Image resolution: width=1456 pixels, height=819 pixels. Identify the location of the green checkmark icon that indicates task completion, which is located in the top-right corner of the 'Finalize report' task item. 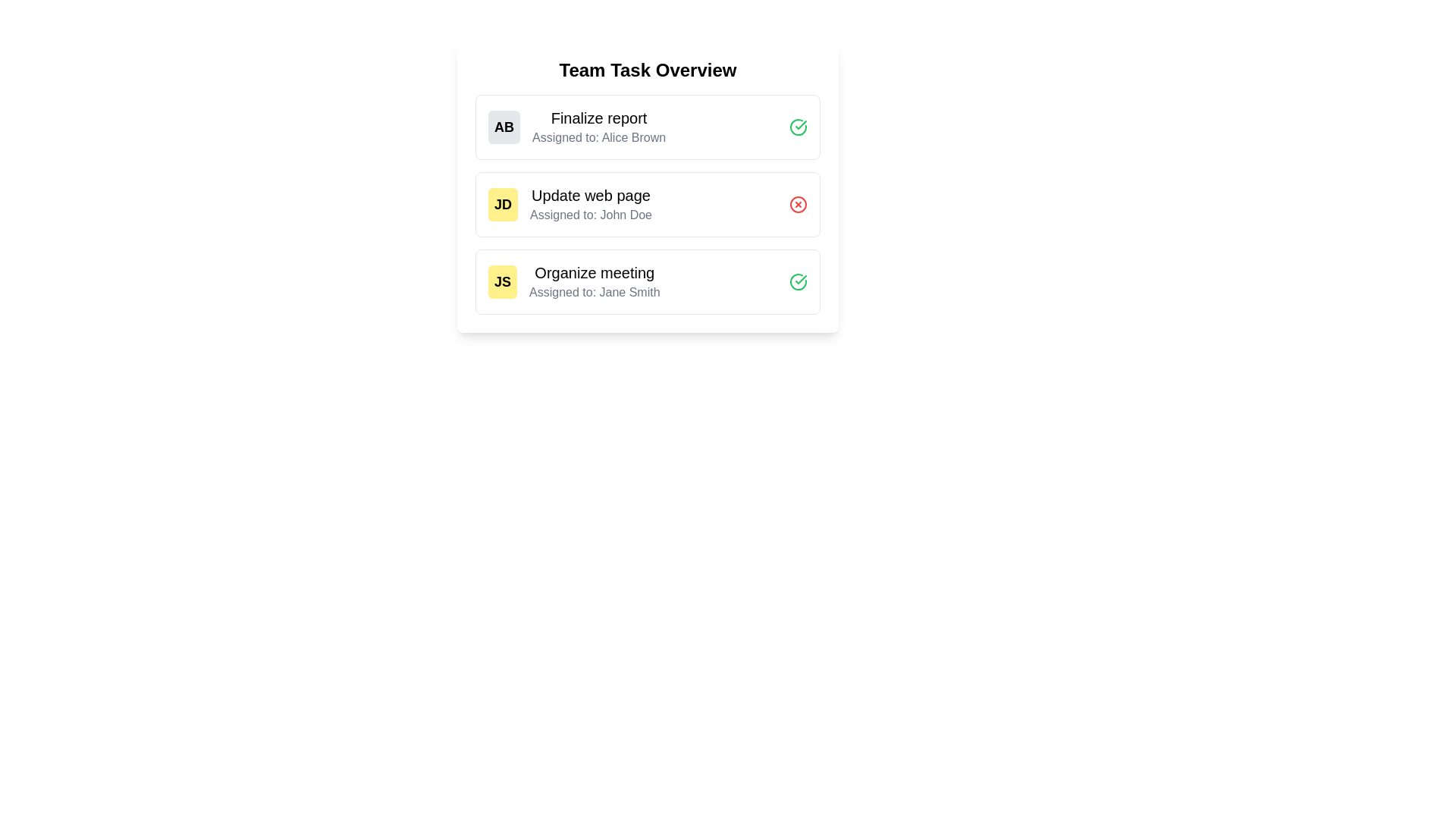
(800, 280).